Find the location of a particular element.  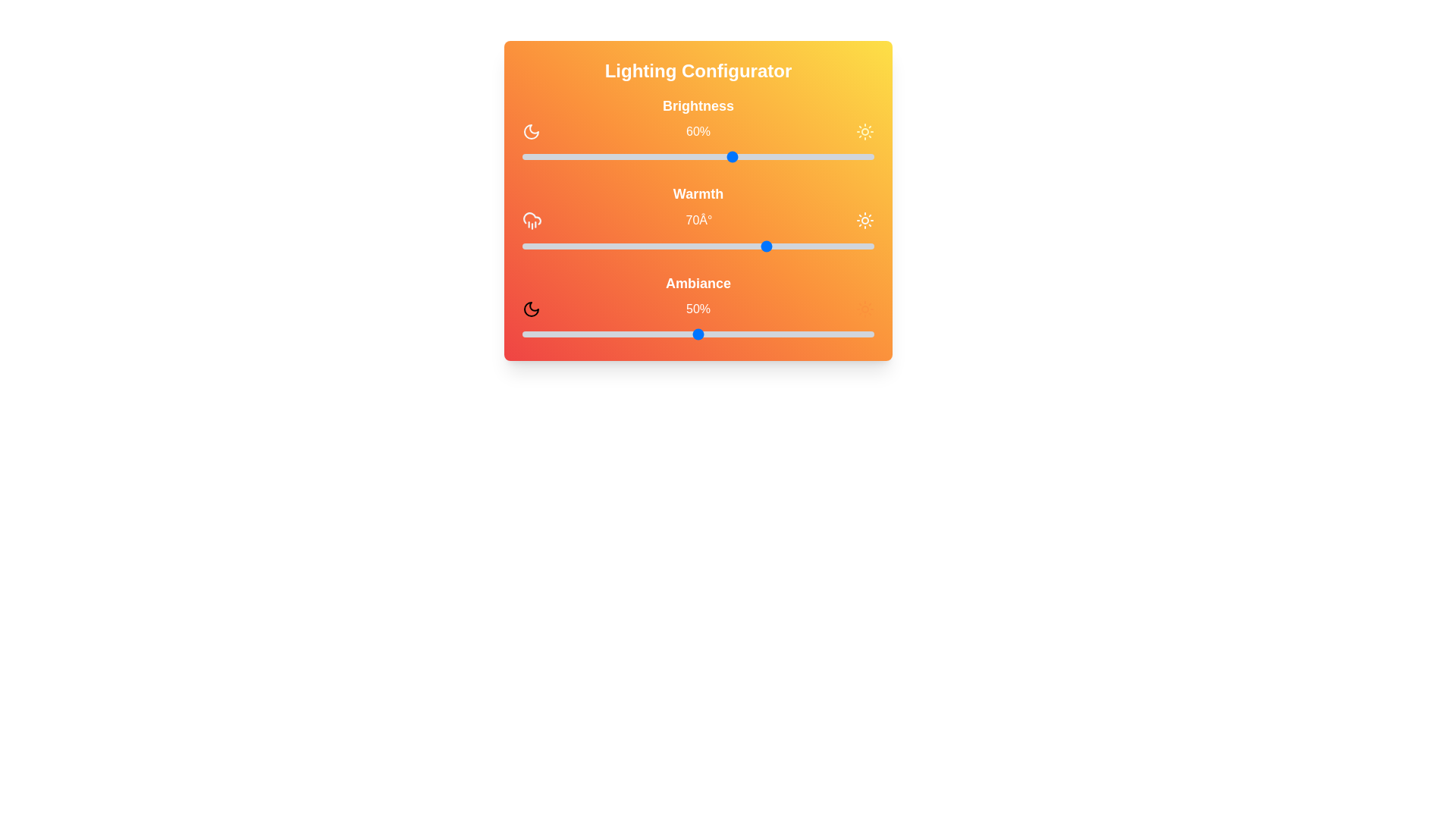

the brightness slider to 2% by dragging the slider is located at coordinates (529, 157).